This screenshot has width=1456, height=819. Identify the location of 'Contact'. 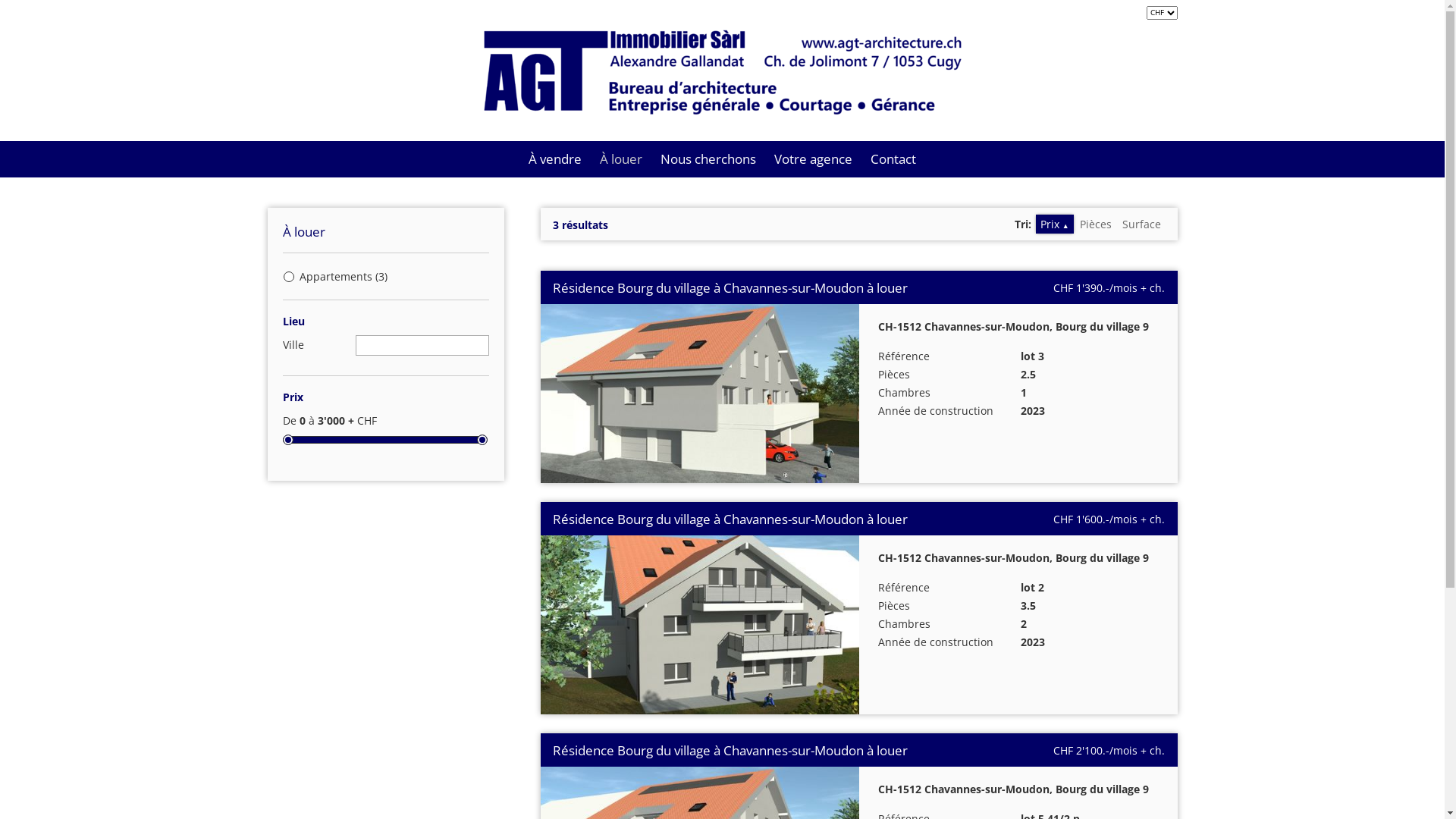
(893, 158).